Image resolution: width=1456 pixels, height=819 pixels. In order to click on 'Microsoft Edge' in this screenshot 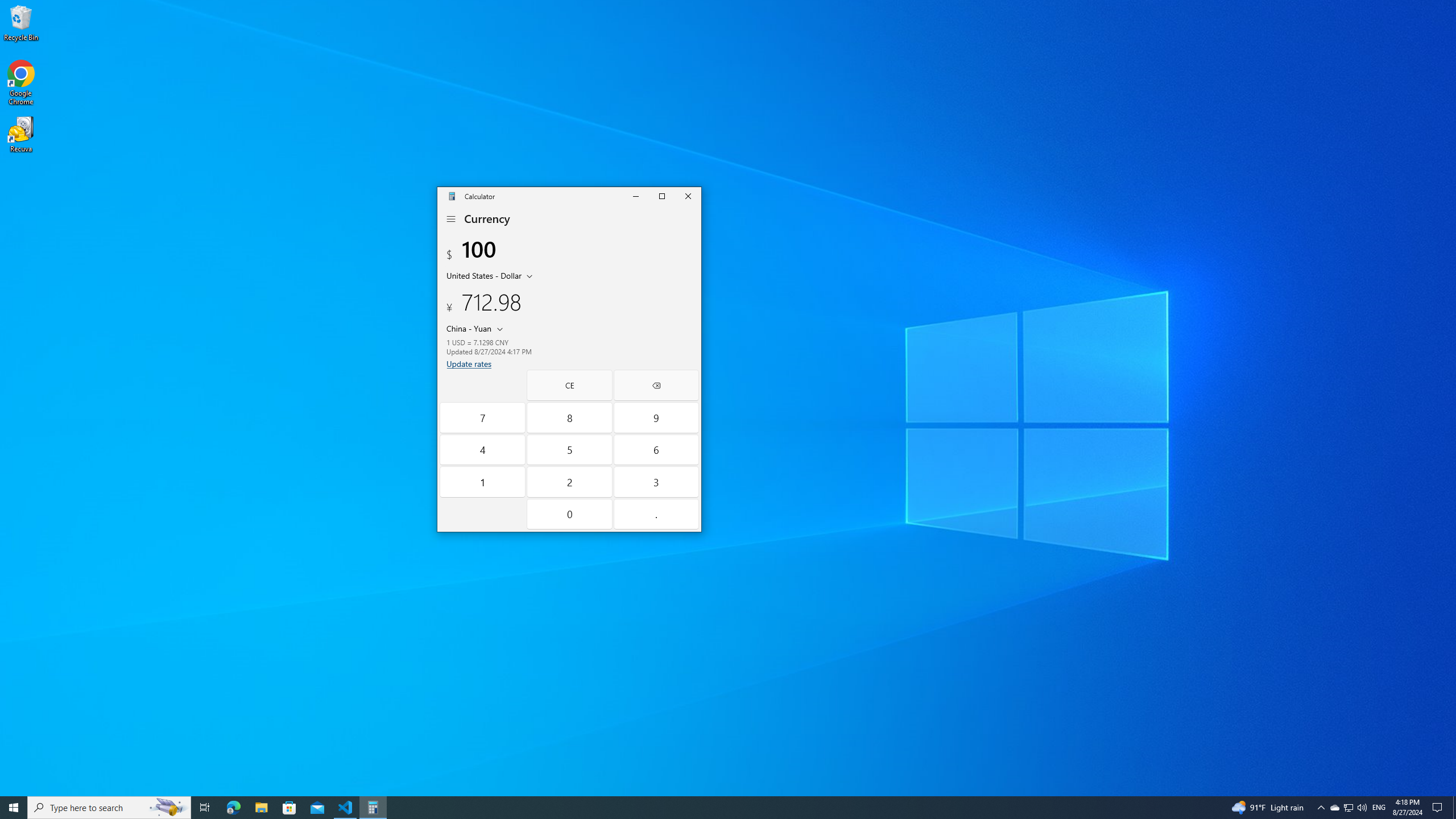, I will do `click(233, 806)`.